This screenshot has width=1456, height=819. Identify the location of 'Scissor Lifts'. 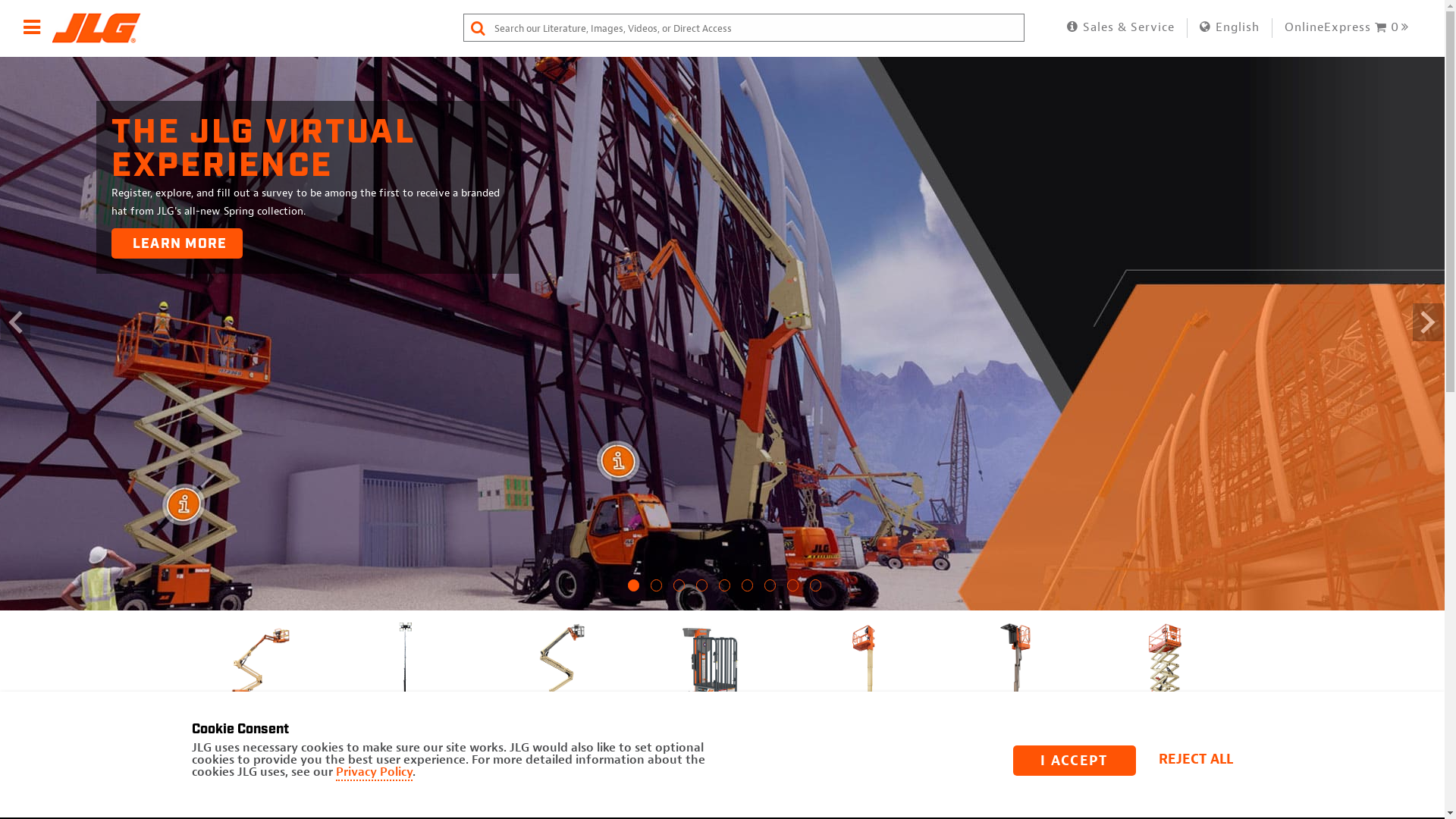
(1164, 674).